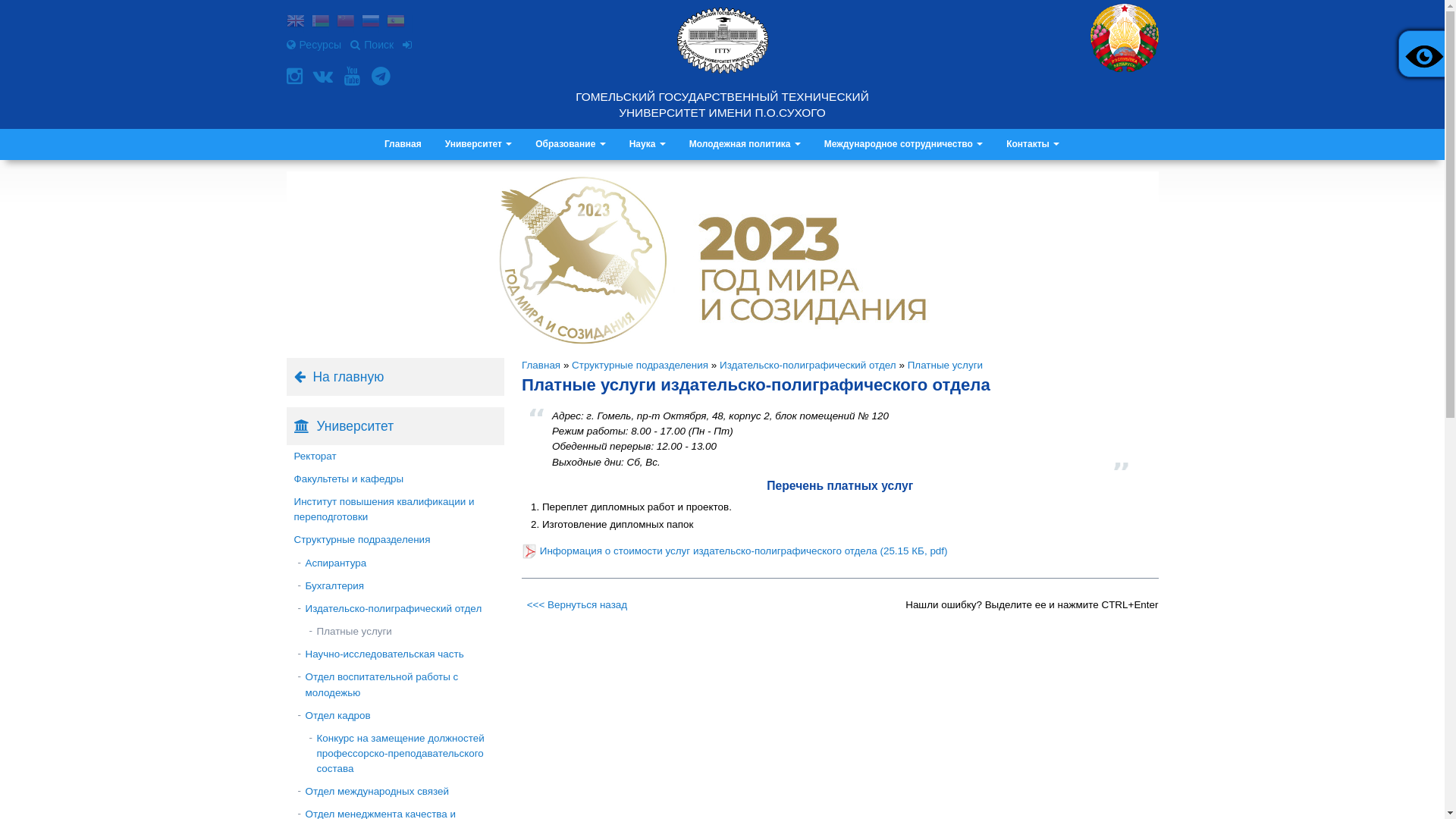 Image resolution: width=1456 pixels, height=819 pixels. What do you see at coordinates (370, 22) in the screenshot?
I see `'Russian'` at bounding box center [370, 22].